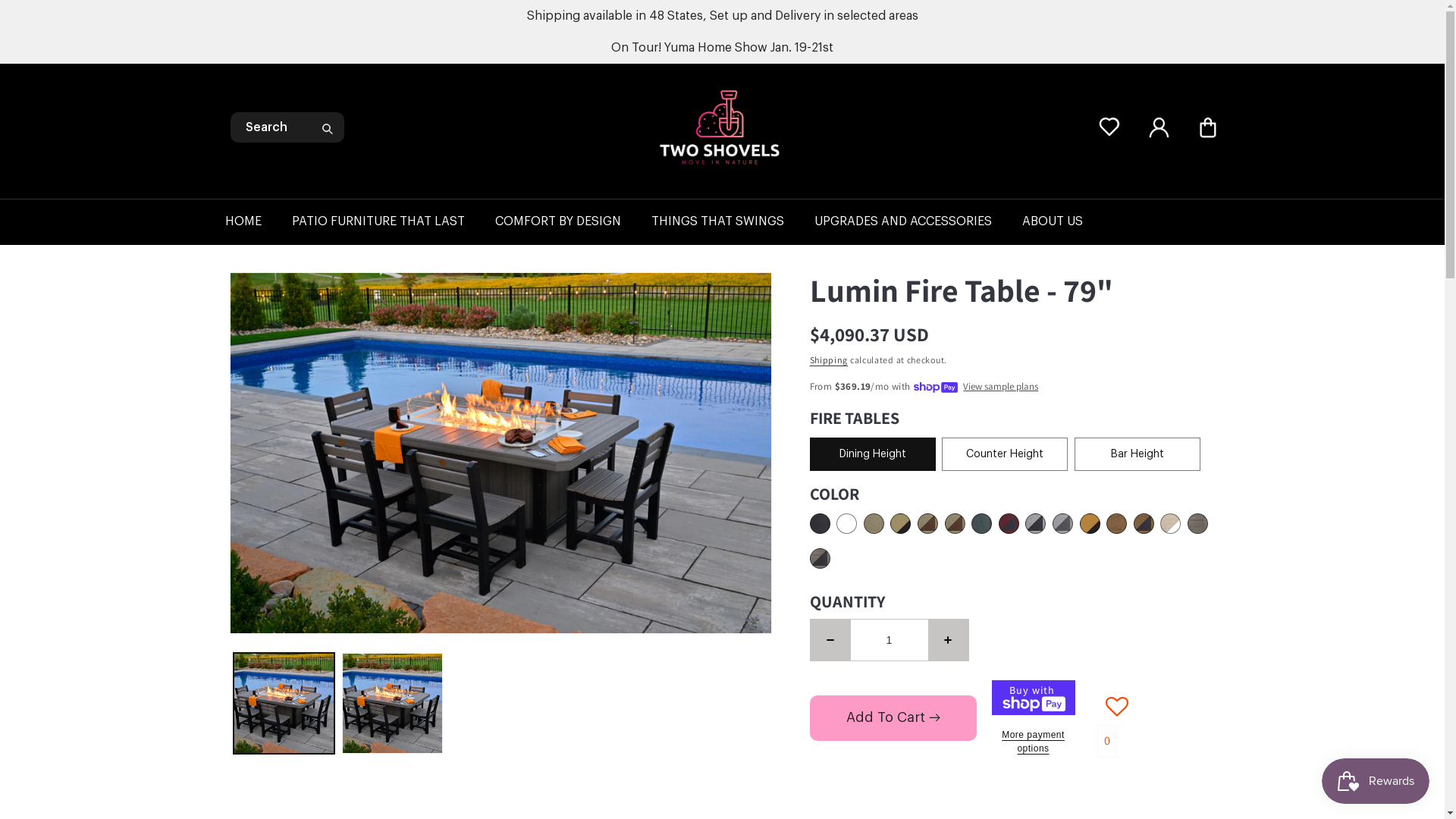 The width and height of the screenshot is (1456, 819). Describe the element at coordinates (258, 221) in the screenshot. I see `'HOME'` at that location.